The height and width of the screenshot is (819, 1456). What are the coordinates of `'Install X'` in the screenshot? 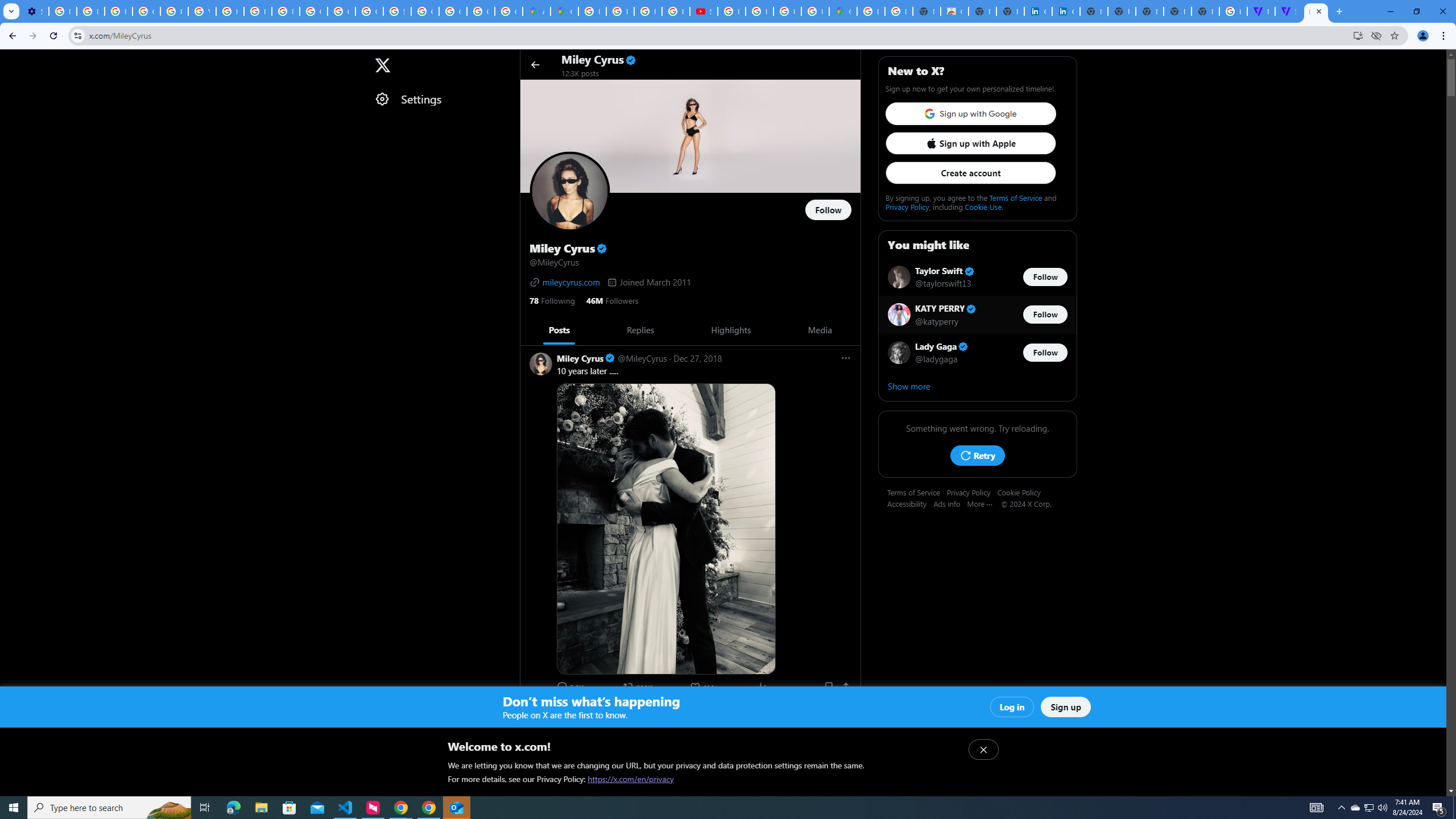 It's located at (1358, 35).